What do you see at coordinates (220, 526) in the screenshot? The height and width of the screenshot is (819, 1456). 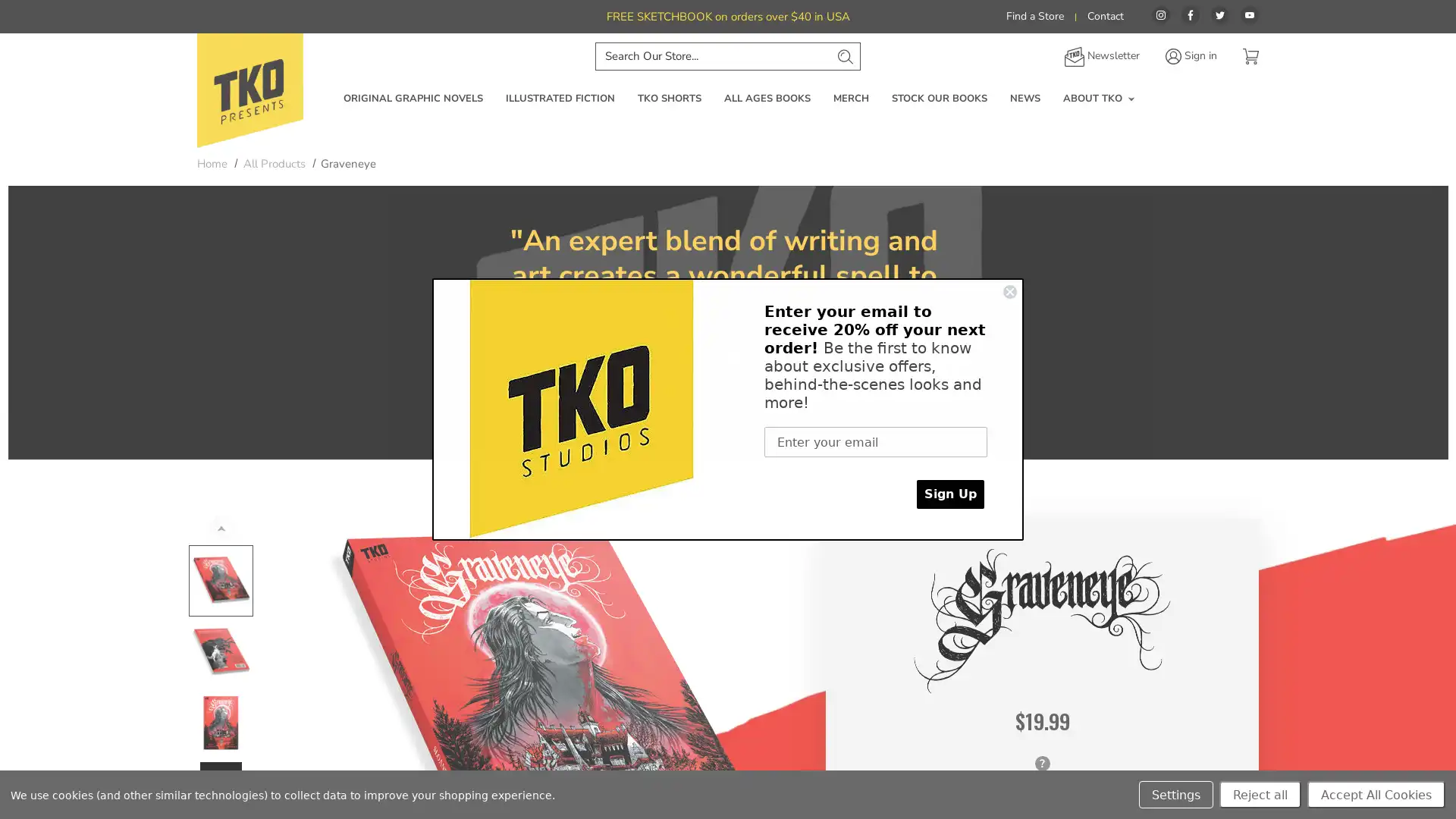 I see `< Previous` at bounding box center [220, 526].